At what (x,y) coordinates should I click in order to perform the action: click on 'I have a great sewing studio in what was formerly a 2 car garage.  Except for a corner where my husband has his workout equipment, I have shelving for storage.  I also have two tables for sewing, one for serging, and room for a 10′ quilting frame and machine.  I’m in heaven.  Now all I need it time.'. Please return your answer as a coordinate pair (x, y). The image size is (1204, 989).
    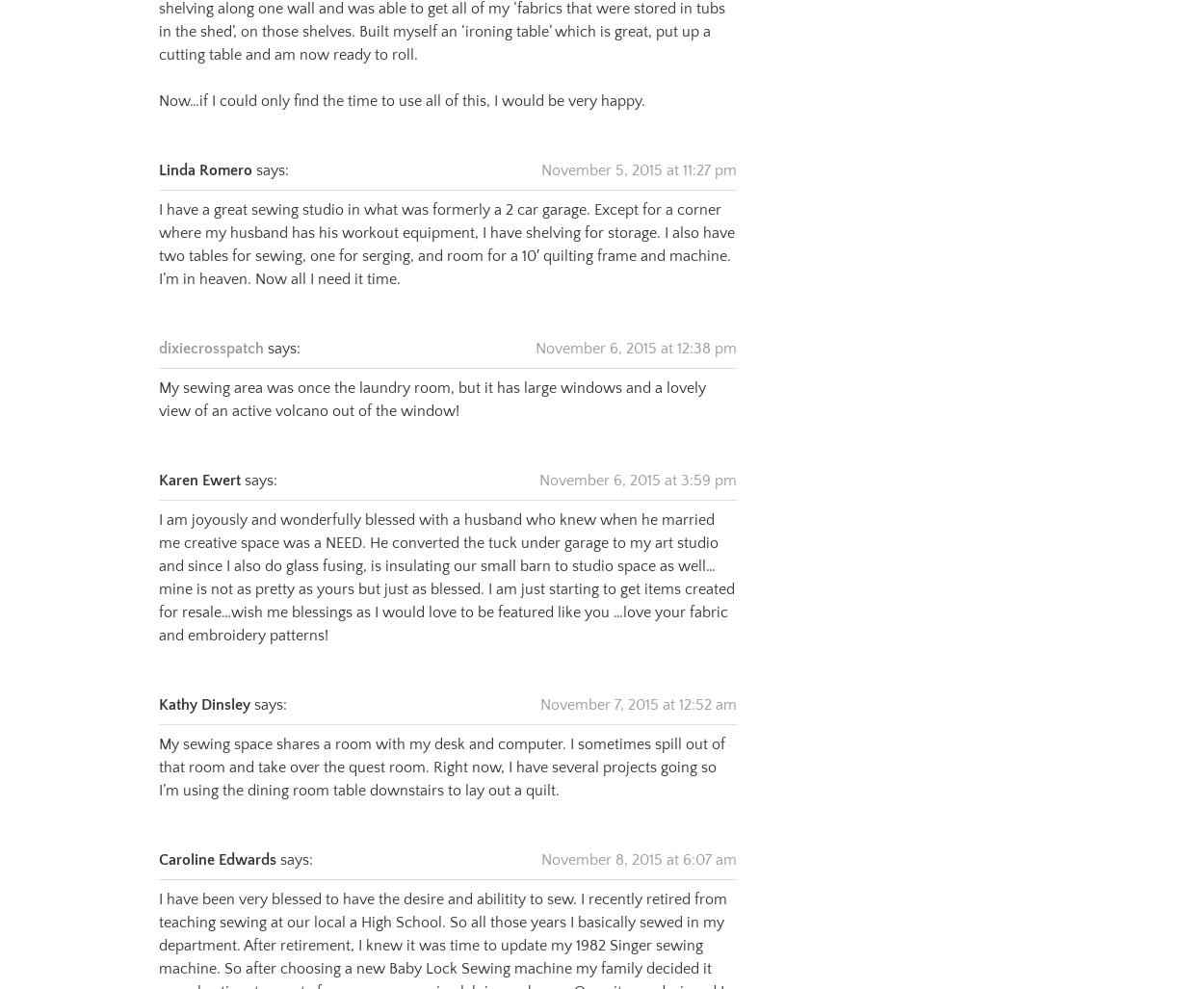
    Looking at the image, I should click on (445, 221).